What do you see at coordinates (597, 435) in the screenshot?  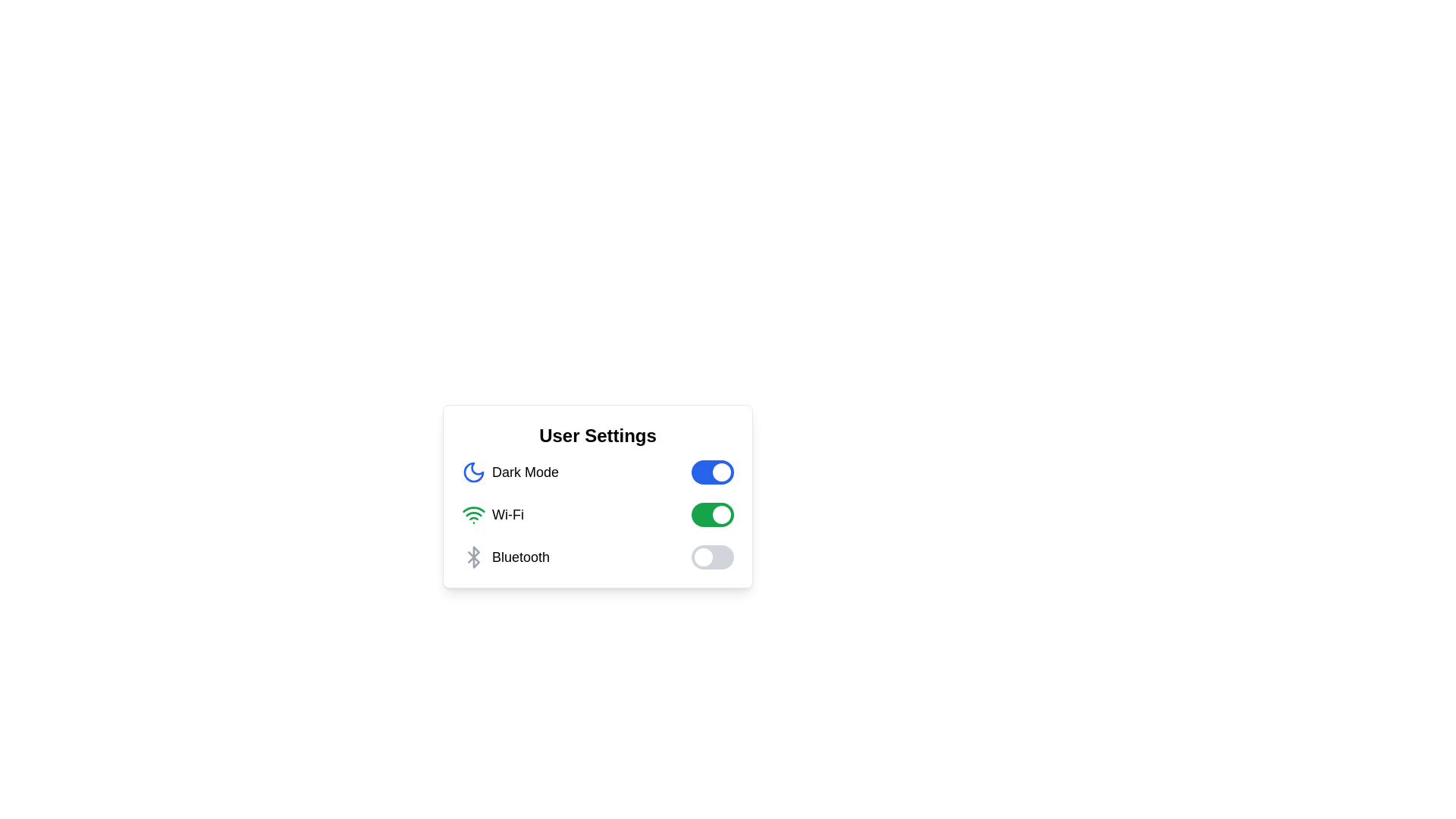 I see `the Text block (header) that indicates the purpose of the group of settings including 'Dark Mode', 'Wi-Fi', and 'Bluetooth'` at bounding box center [597, 435].